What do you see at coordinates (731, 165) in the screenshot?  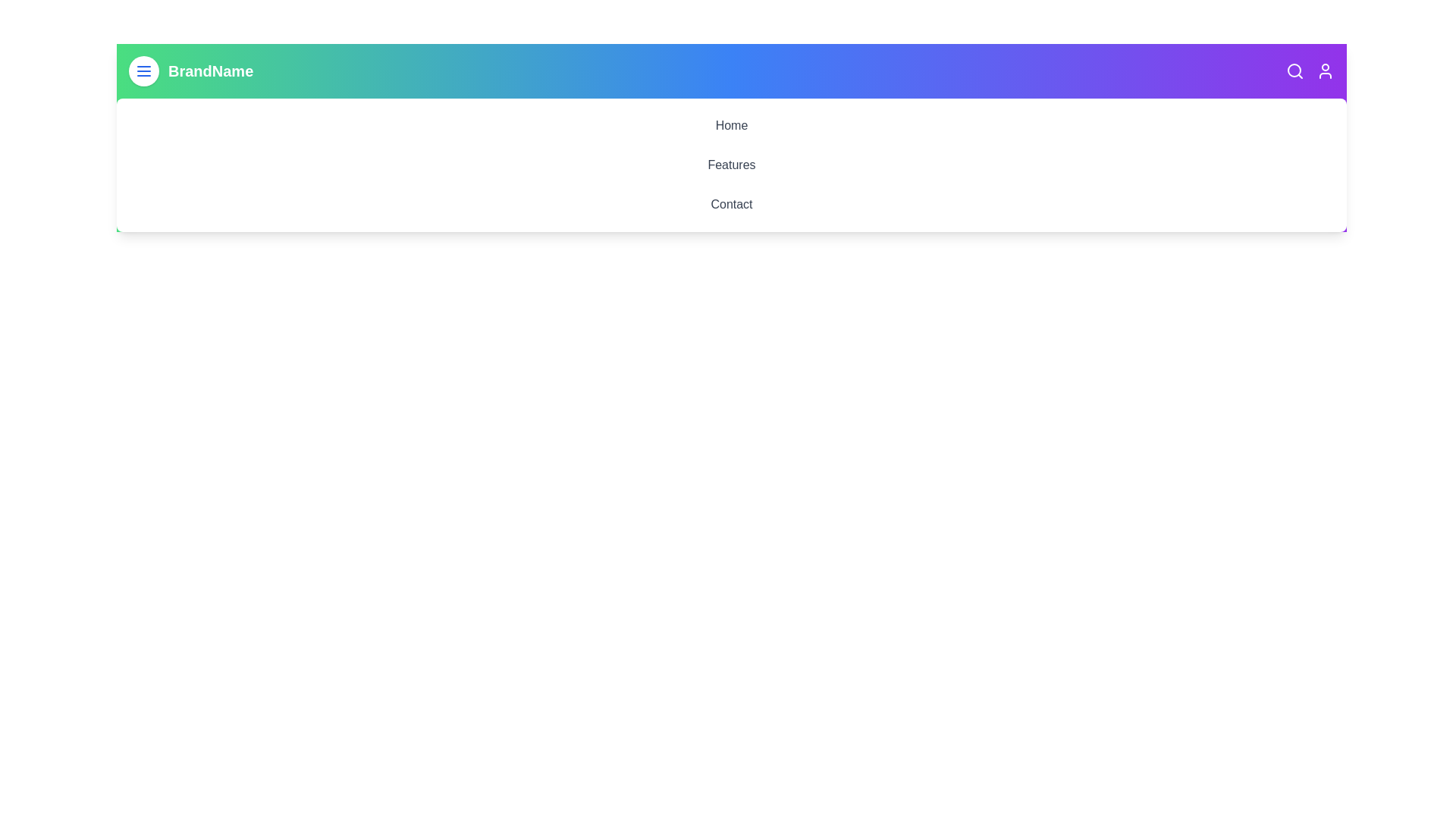 I see `the 'Features' menu item` at bounding box center [731, 165].